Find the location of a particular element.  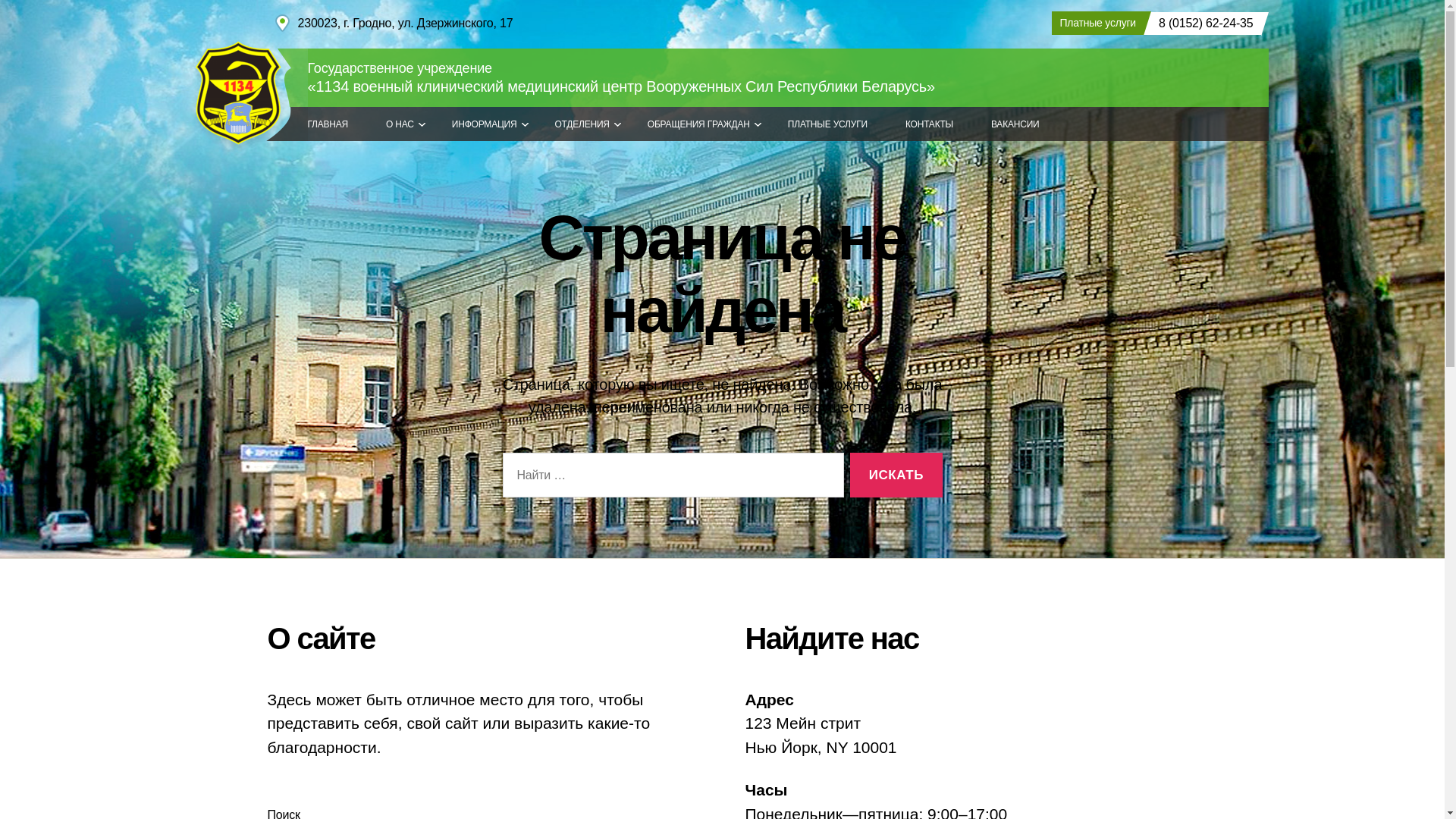

'8 (0152) 62-24-35' is located at coordinates (1201, 23).